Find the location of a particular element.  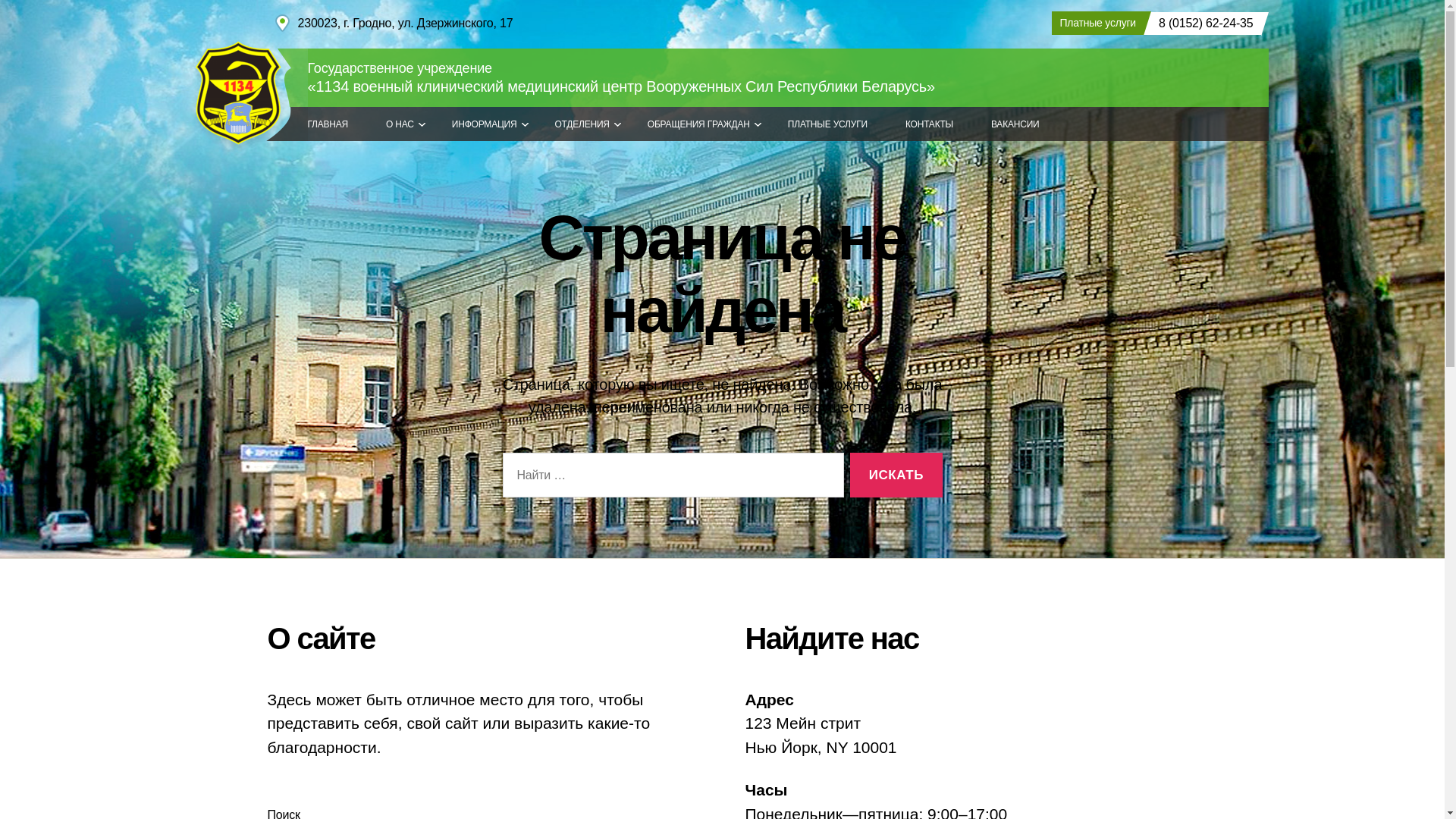

'8 (0152) 62-24-35' is located at coordinates (1201, 23).